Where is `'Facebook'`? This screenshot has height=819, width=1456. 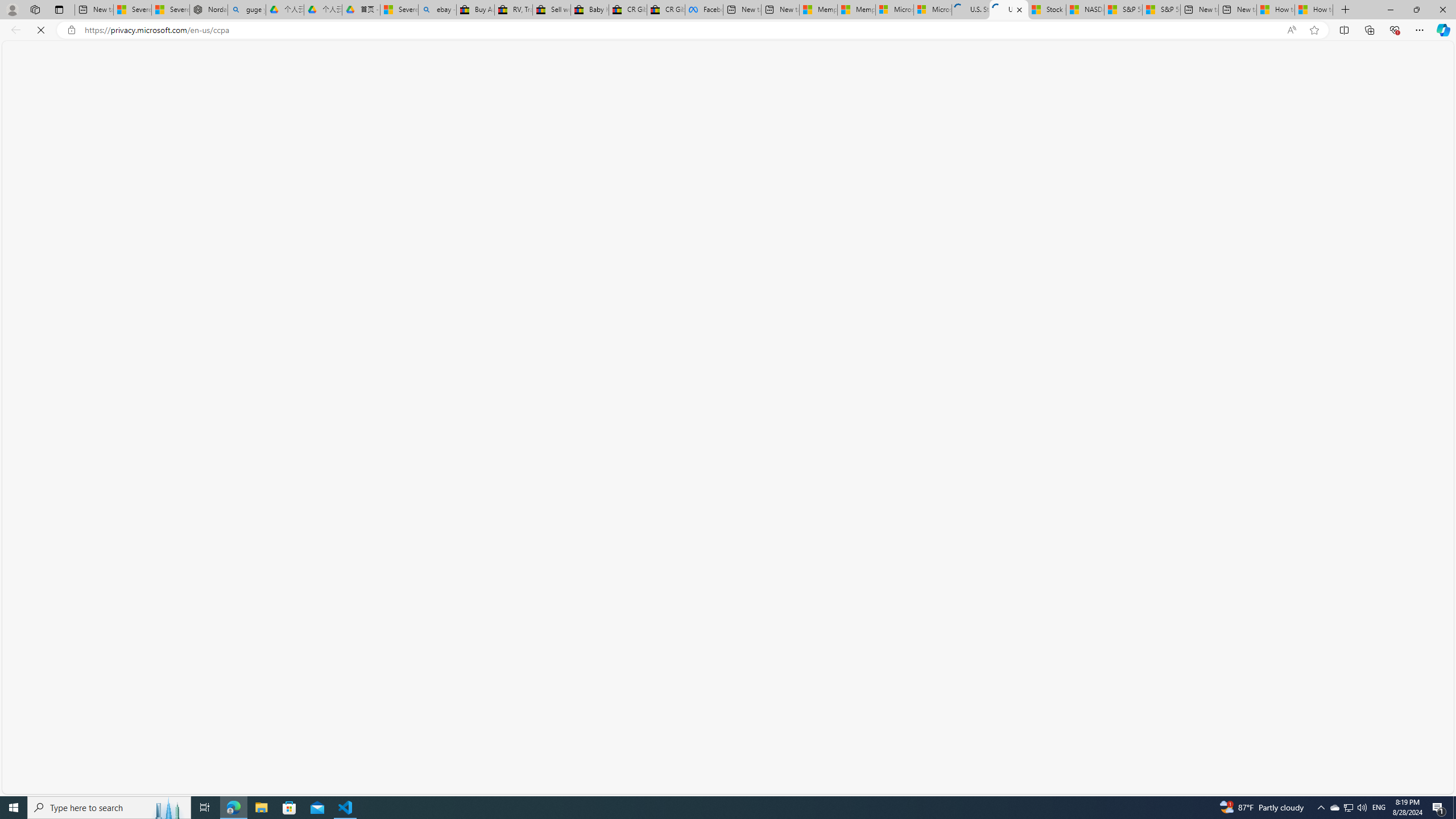
'Facebook' is located at coordinates (703, 9).